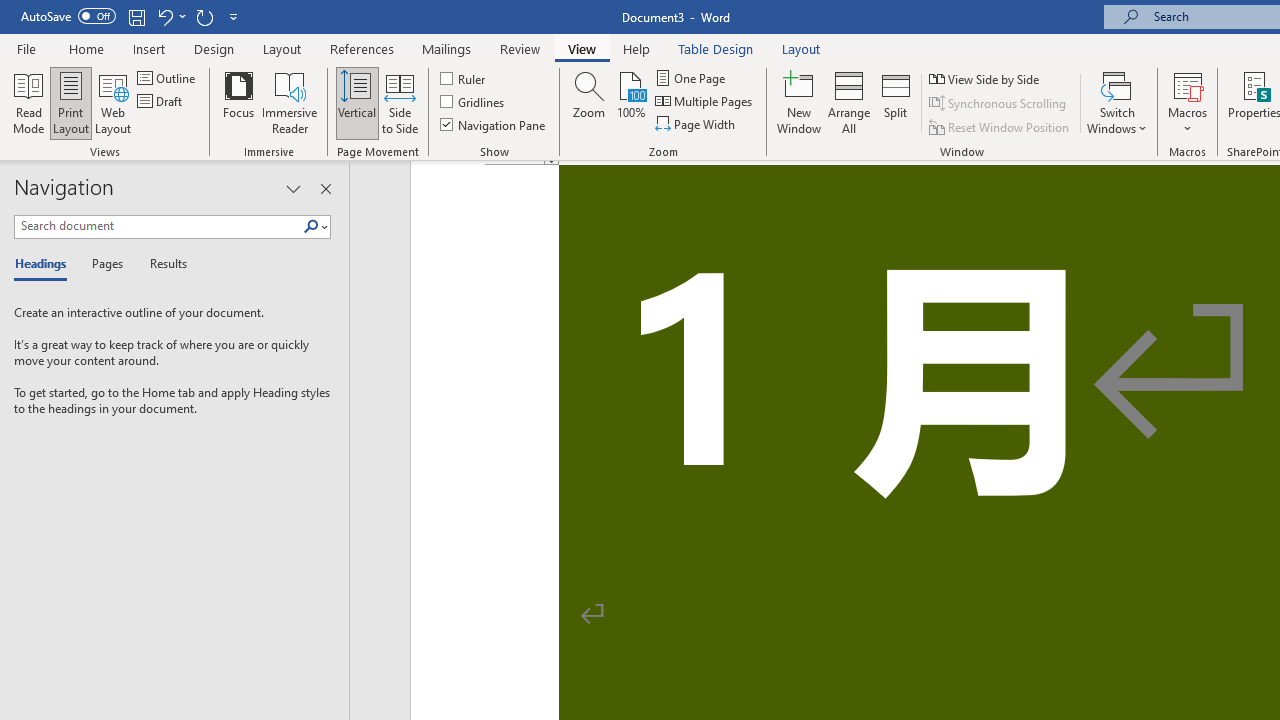 This screenshot has height=720, width=1280. What do you see at coordinates (630, 103) in the screenshot?
I see `'100%'` at bounding box center [630, 103].